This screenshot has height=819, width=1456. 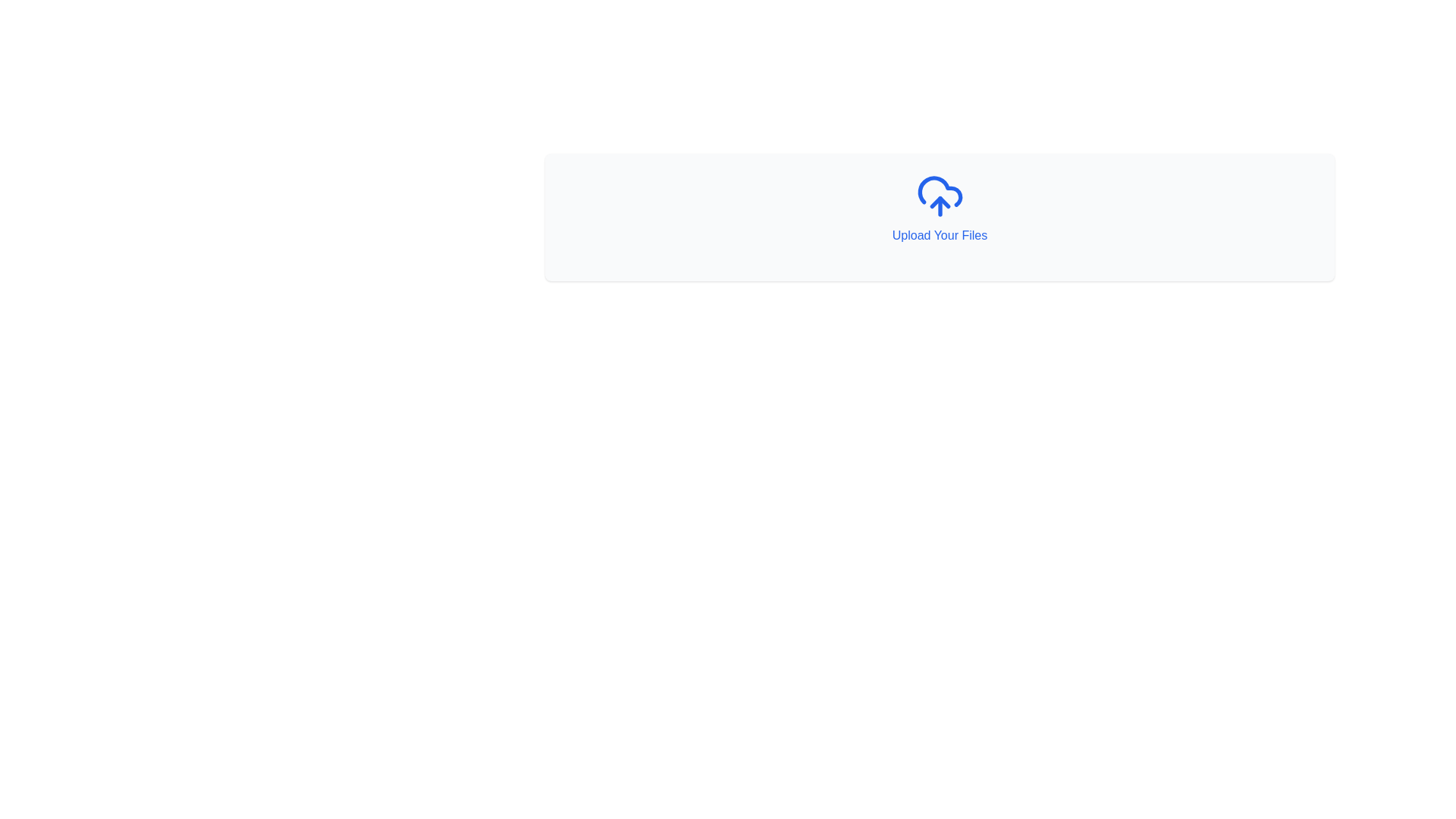 What do you see at coordinates (939, 201) in the screenshot?
I see `the upload icon located centrally within the cloud graphic, positioned near the lower portion of the cloud` at bounding box center [939, 201].